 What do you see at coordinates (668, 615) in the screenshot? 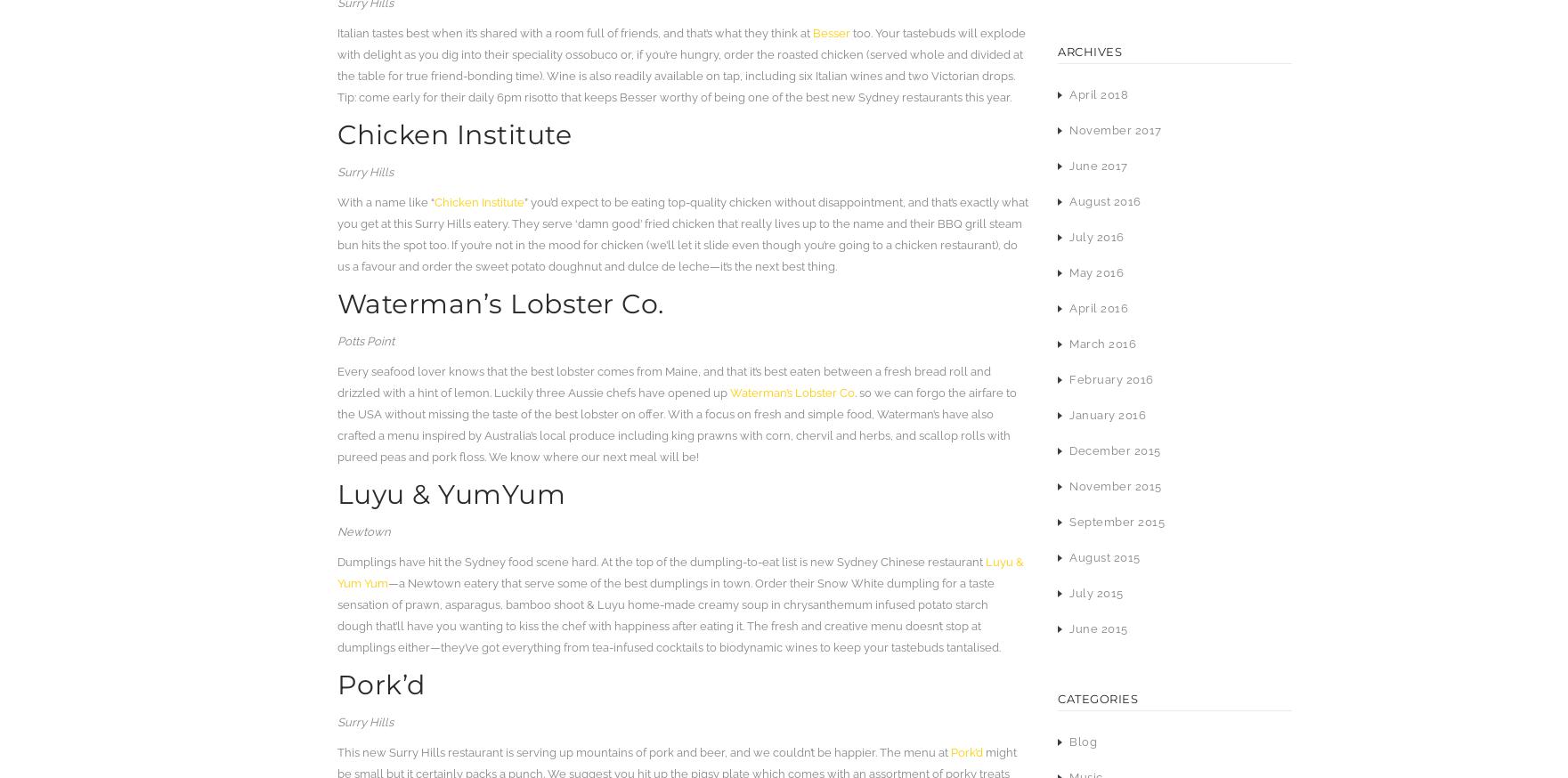
I see `'—a Newtown eatery that serve some of the best dumplings in town. Order their Snow White dumpling for a taste sensation of prawn, asparagus, bamboo shoot & Luyu home-made creamy soup in chrysanthemum infused potato starch dough that’ll have you wanting to kiss the chef with happiness after eating it. The fresh and creative menu doesn’t stop at dumplings either—they’ve got everything from tea-infused cocktails to biodynamic wines to keep your tastebuds tantalised.'` at bounding box center [668, 615].